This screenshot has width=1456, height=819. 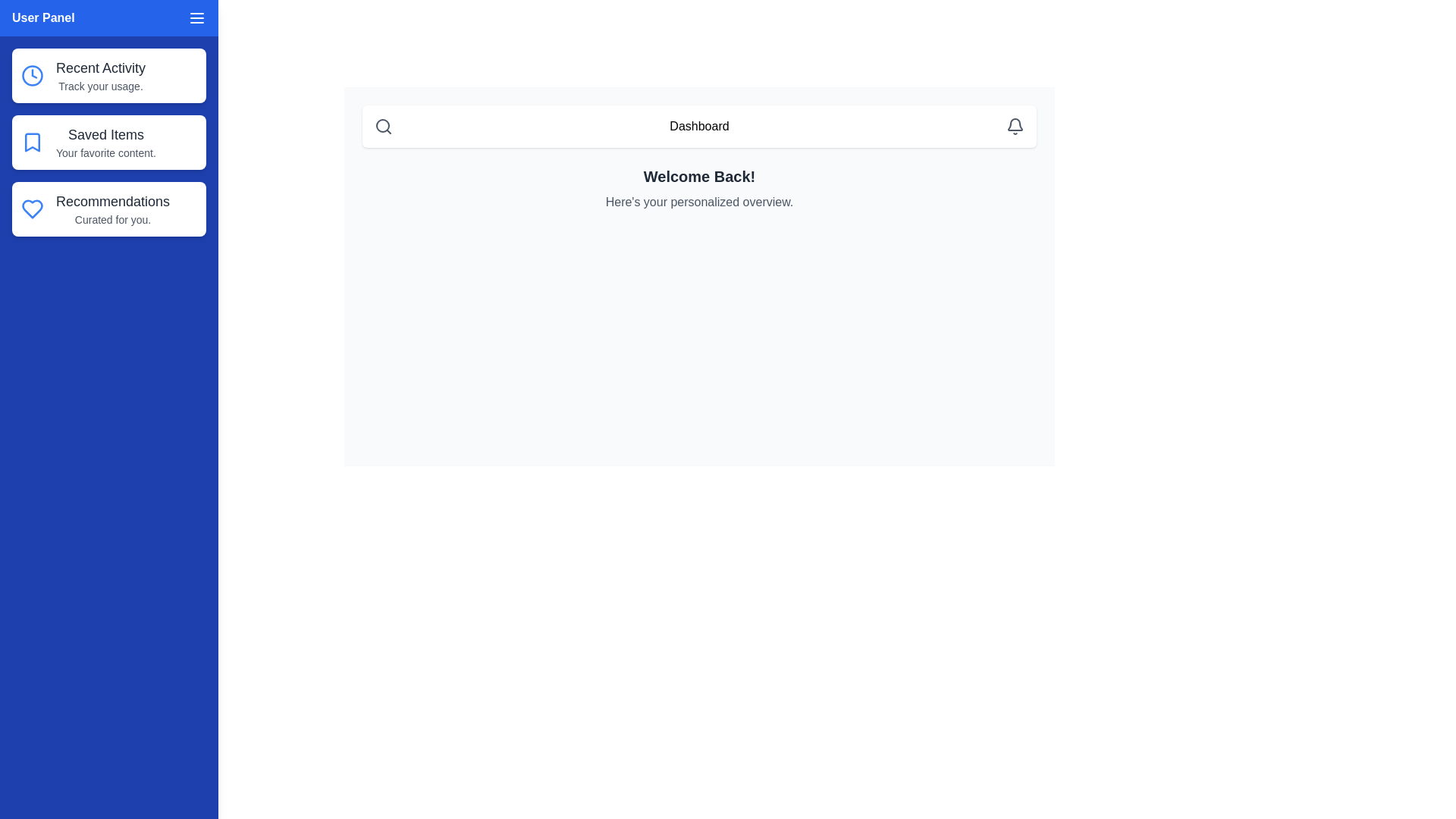 What do you see at coordinates (108, 76) in the screenshot?
I see `the menu item Recent Activity from the InteractiveUserDrawer` at bounding box center [108, 76].